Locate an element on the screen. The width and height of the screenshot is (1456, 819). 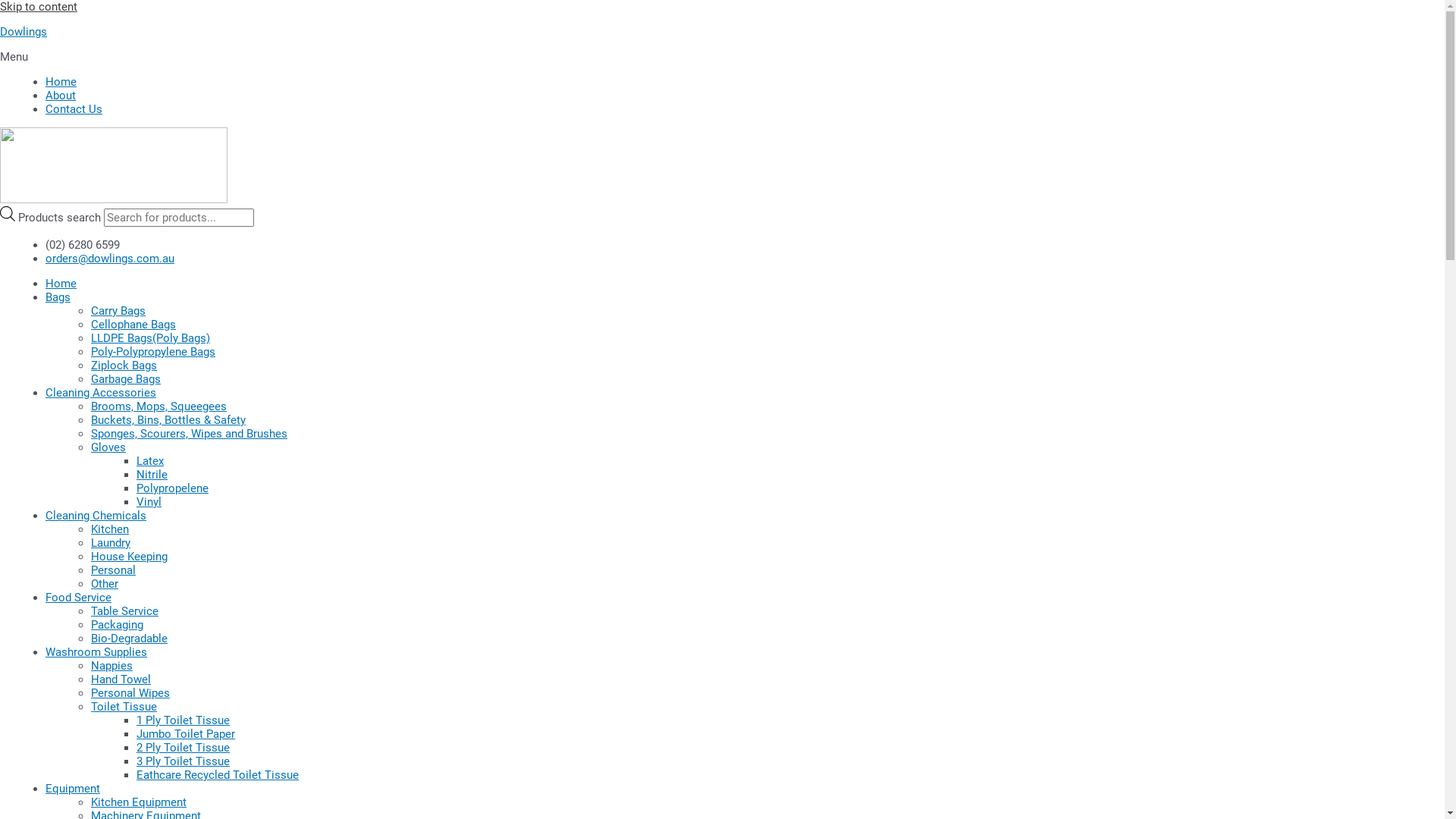
'LLDPE Bags(Poly Bags)' is located at coordinates (150, 337).